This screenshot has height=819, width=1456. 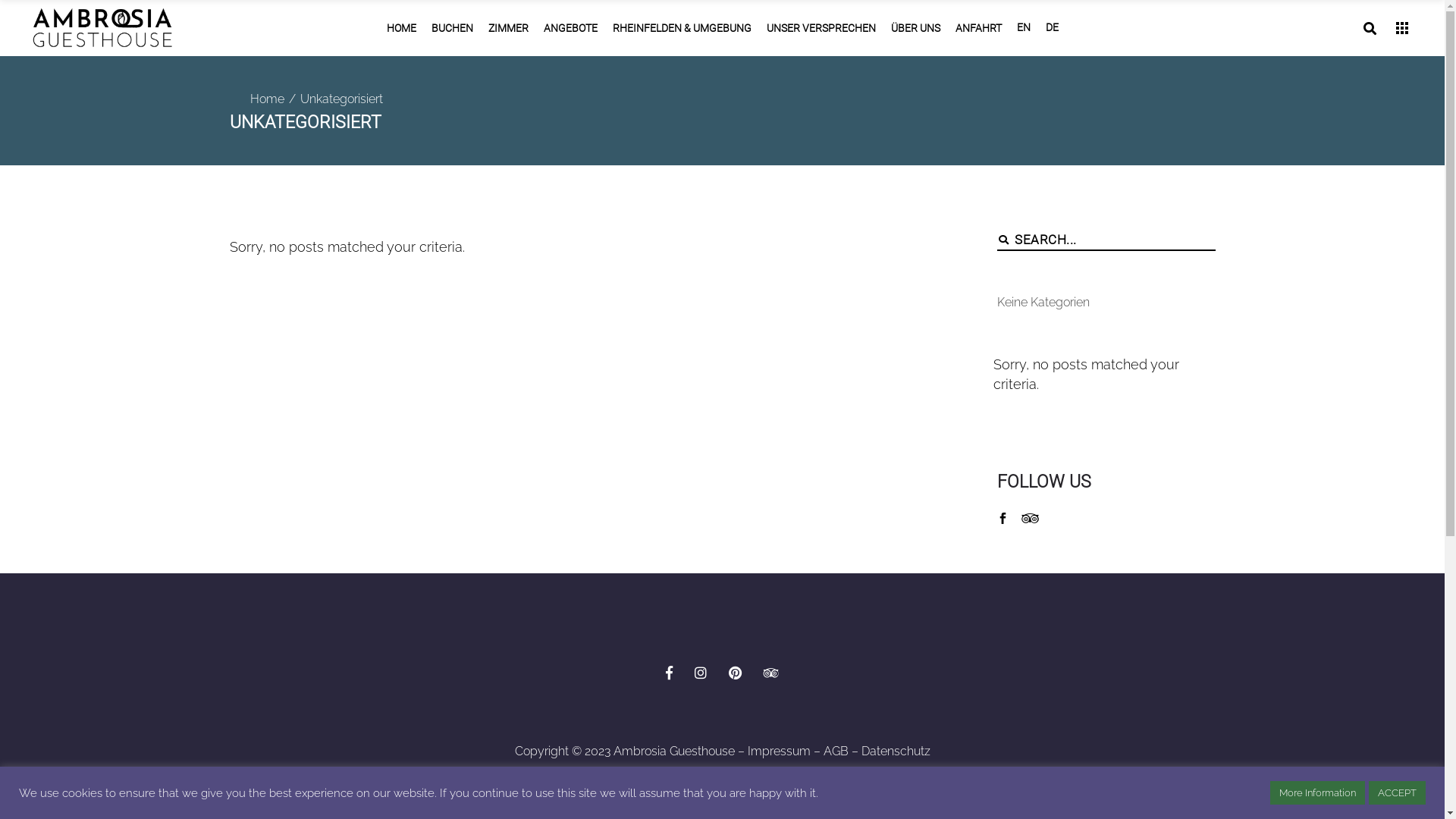 What do you see at coordinates (508, 28) in the screenshot?
I see `'ZIMMER'` at bounding box center [508, 28].